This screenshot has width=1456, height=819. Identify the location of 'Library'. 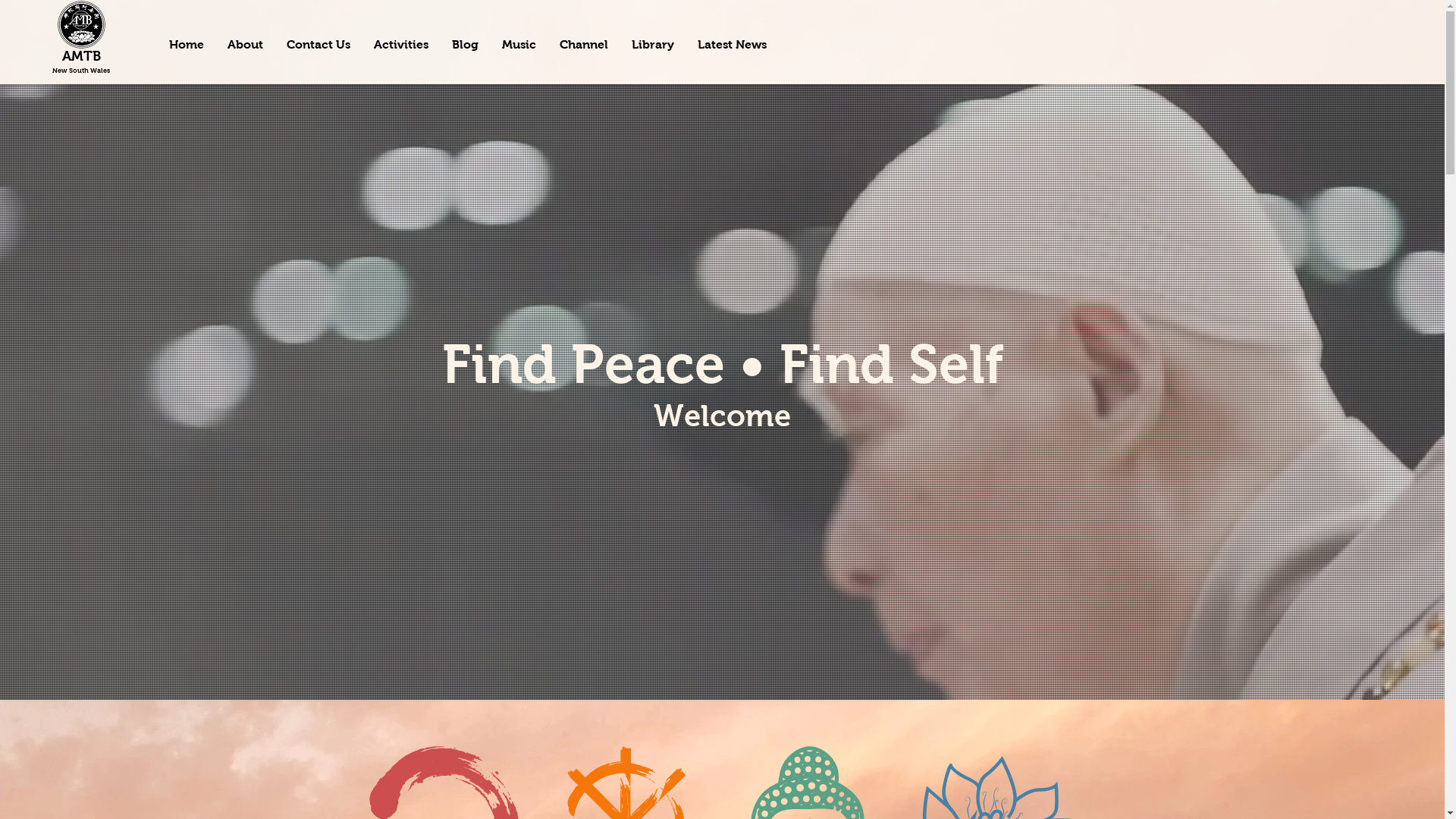
(652, 43).